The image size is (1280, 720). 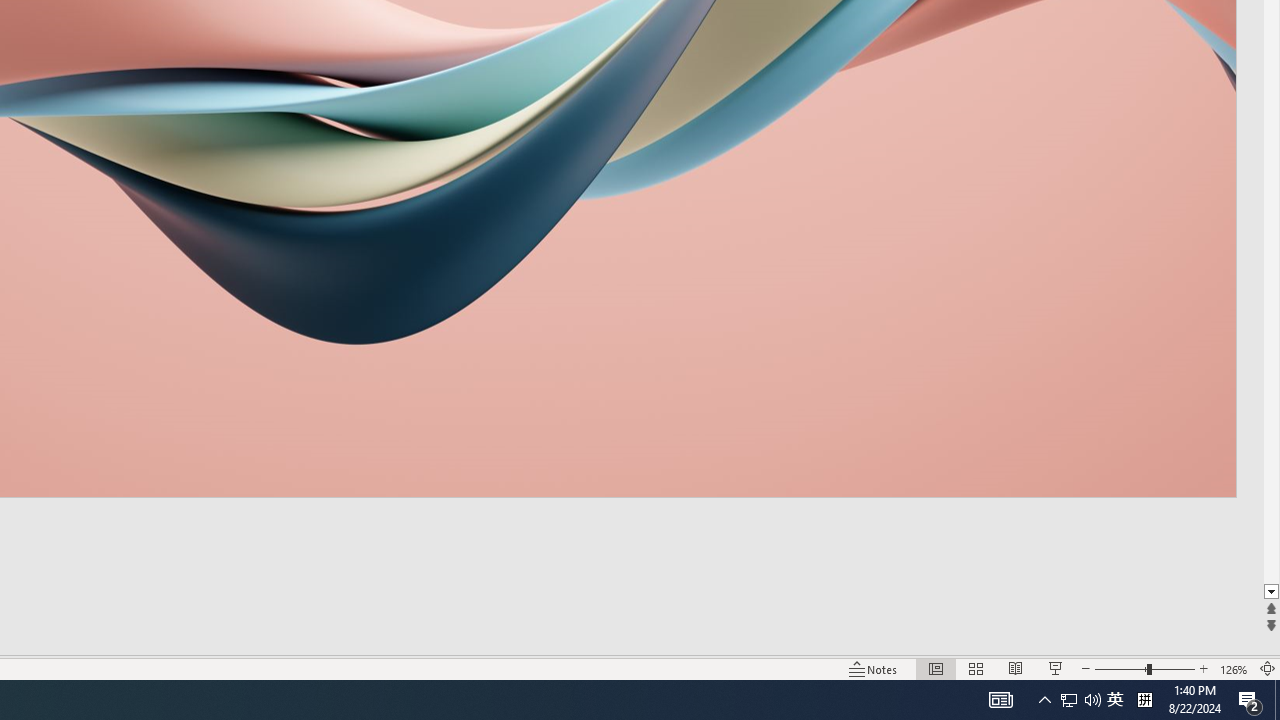 I want to click on 'Zoom 126%', so click(x=1233, y=669).